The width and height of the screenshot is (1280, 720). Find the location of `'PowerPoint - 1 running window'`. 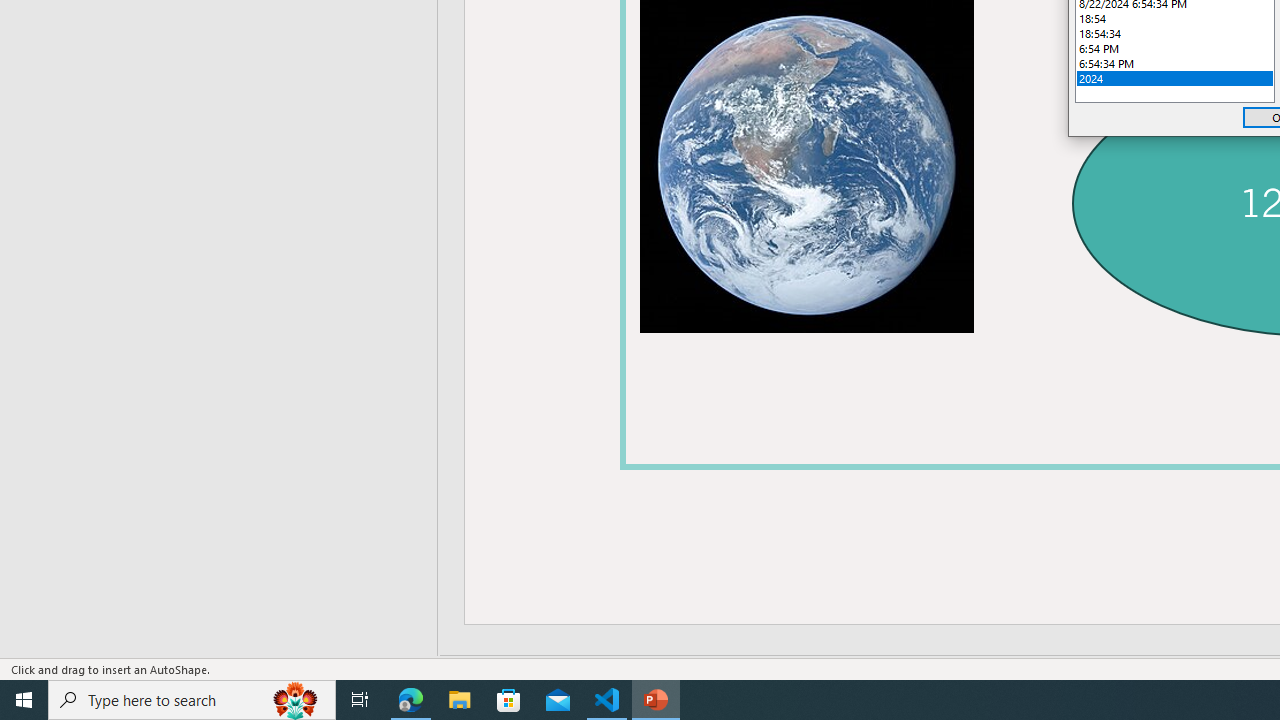

'PowerPoint - 1 running window' is located at coordinates (656, 698).